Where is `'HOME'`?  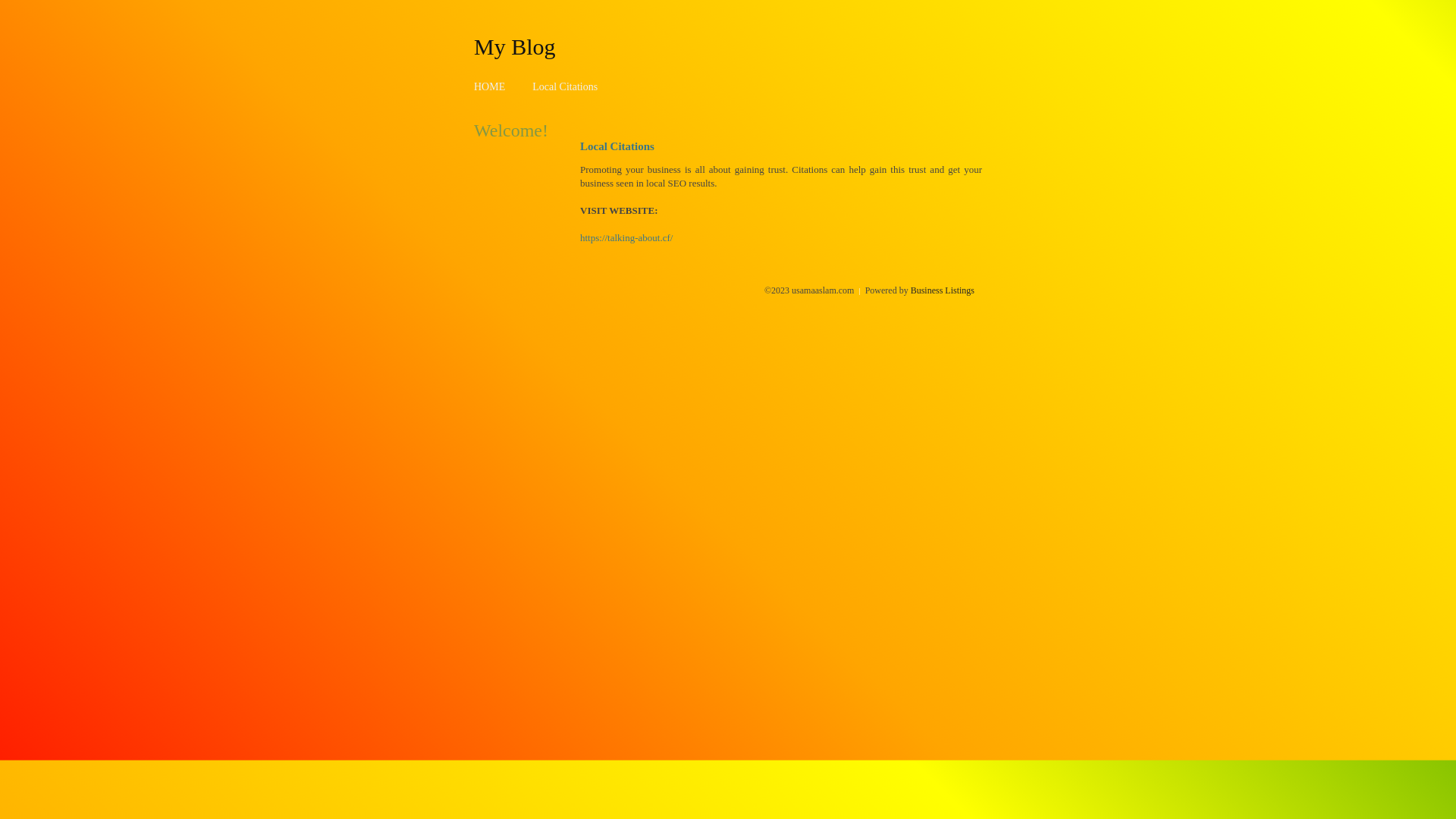 'HOME' is located at coordinates (489, 86).